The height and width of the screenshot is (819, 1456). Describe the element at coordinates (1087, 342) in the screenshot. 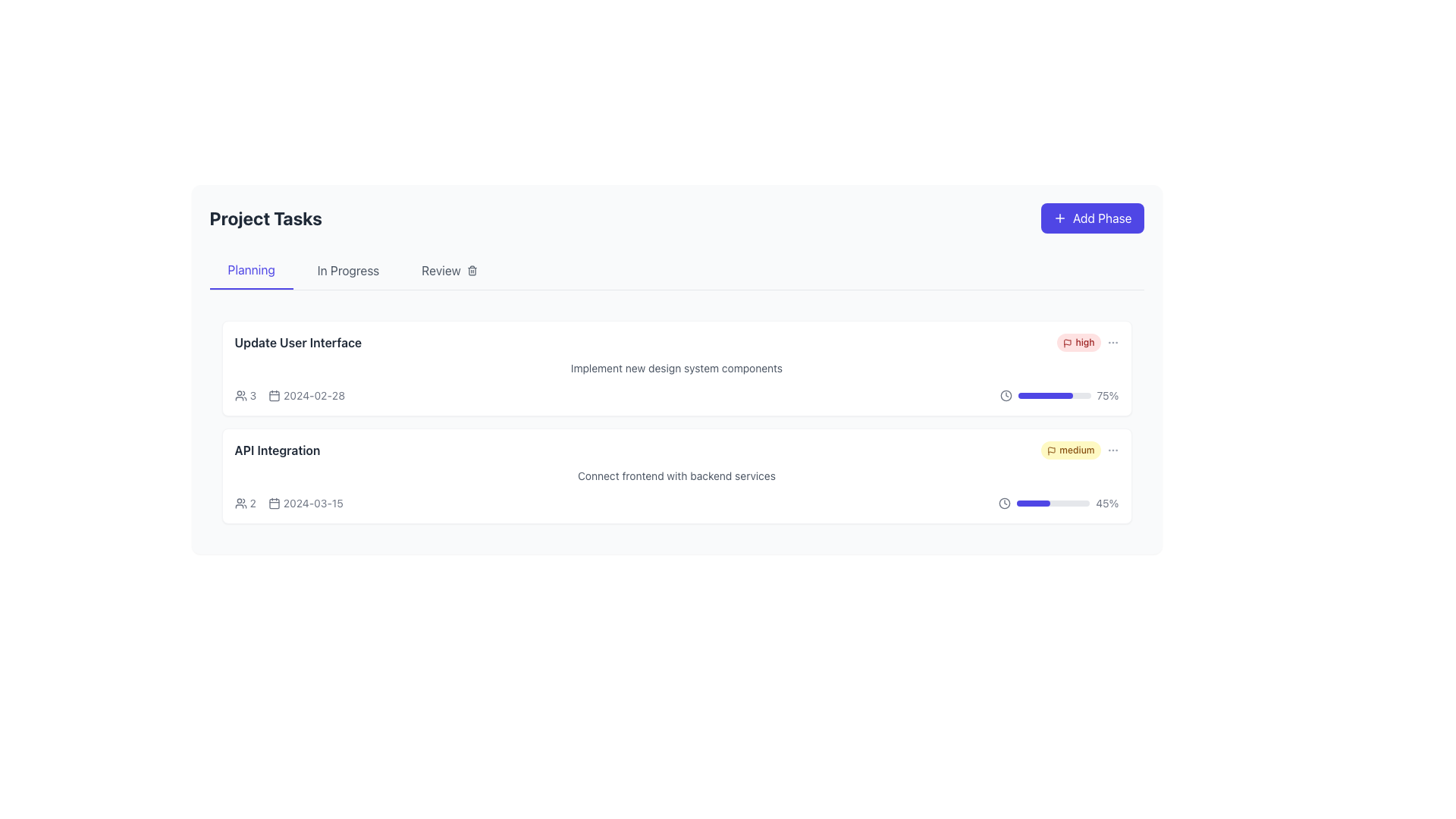

I see `the Keyword label displaying 'high' with an adjacent flag icon, located within the task 'Update User Interface'` at that location.